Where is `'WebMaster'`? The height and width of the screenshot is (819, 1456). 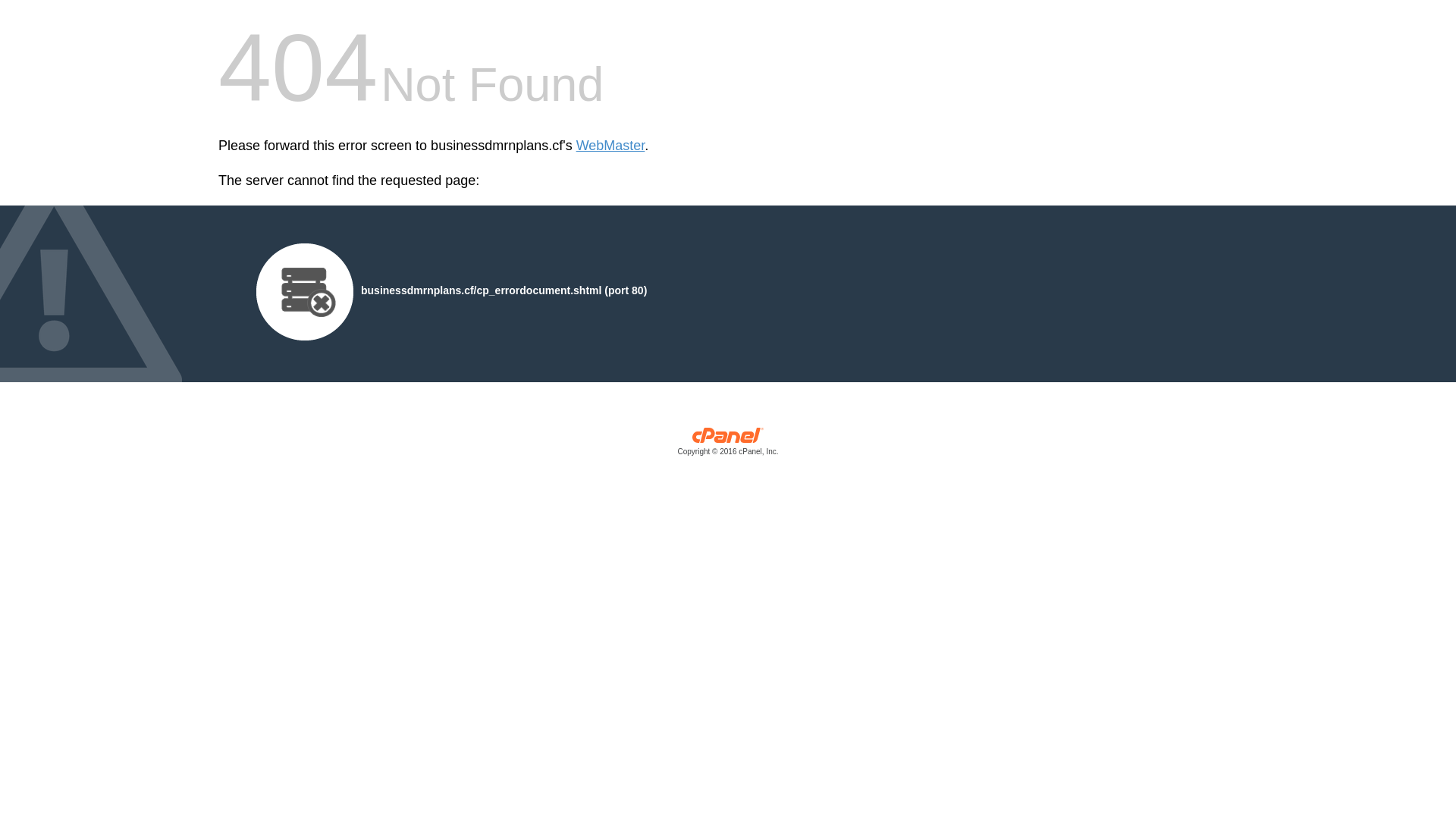 'WebMaster' is located at coordinates (575, 146).